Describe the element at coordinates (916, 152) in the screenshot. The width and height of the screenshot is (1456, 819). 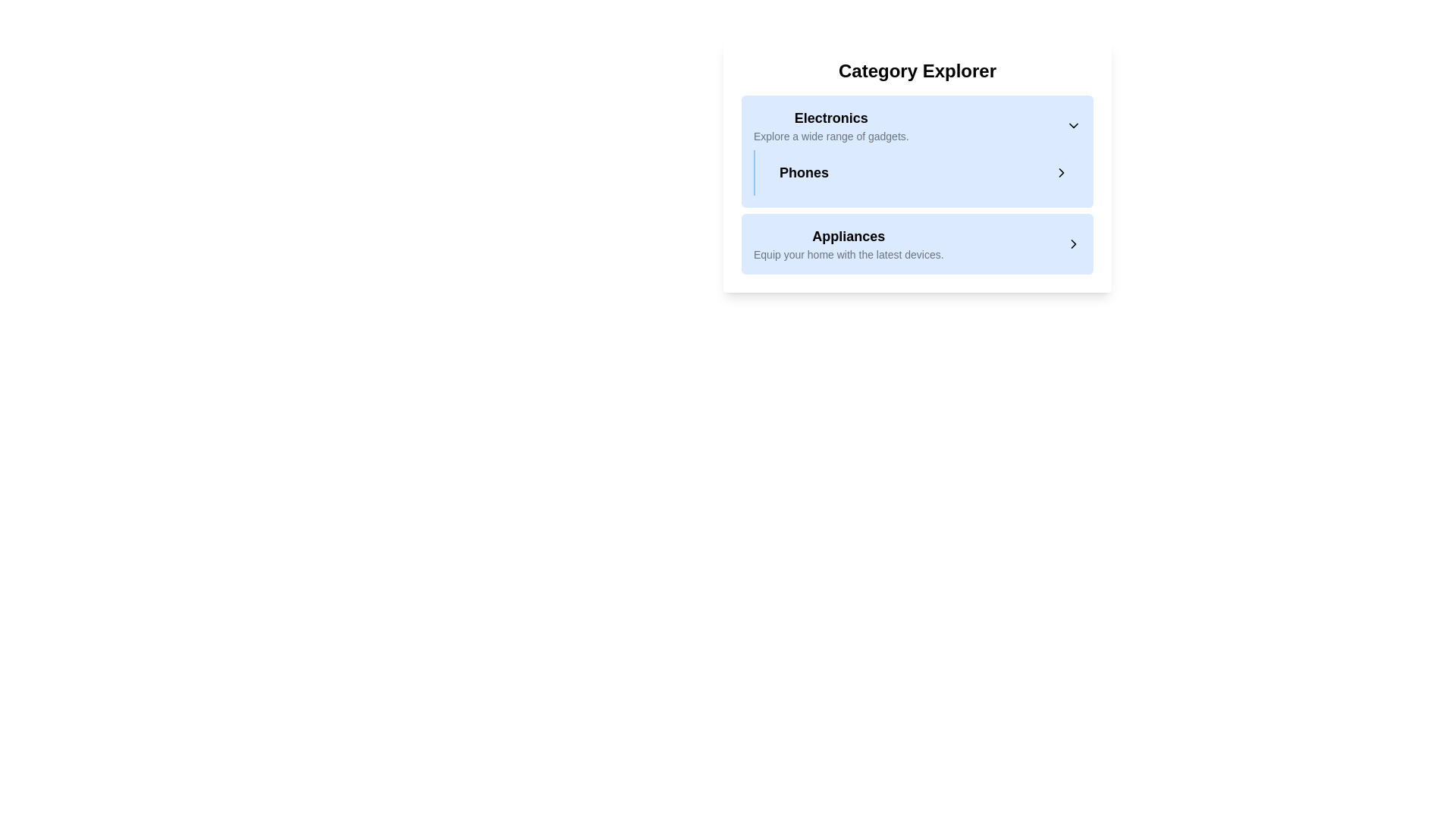
I see `the first collapsible section under 'Category Explorer' that allows exploration of electronics-related categories` at that location.